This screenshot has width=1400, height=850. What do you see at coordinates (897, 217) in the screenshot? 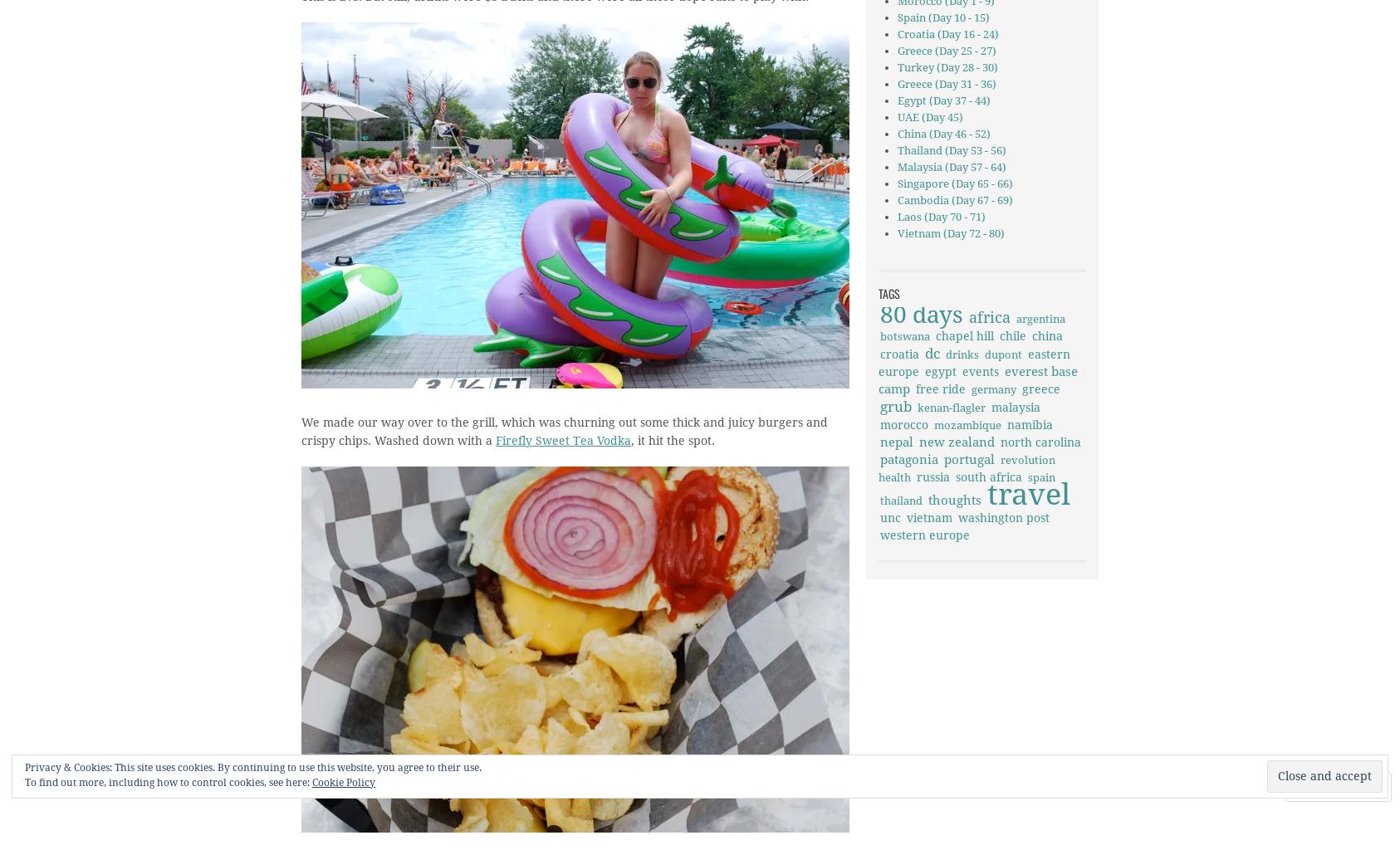
I see `'Laos (Day 70 - 71)'` at bounding box center [897, 217].